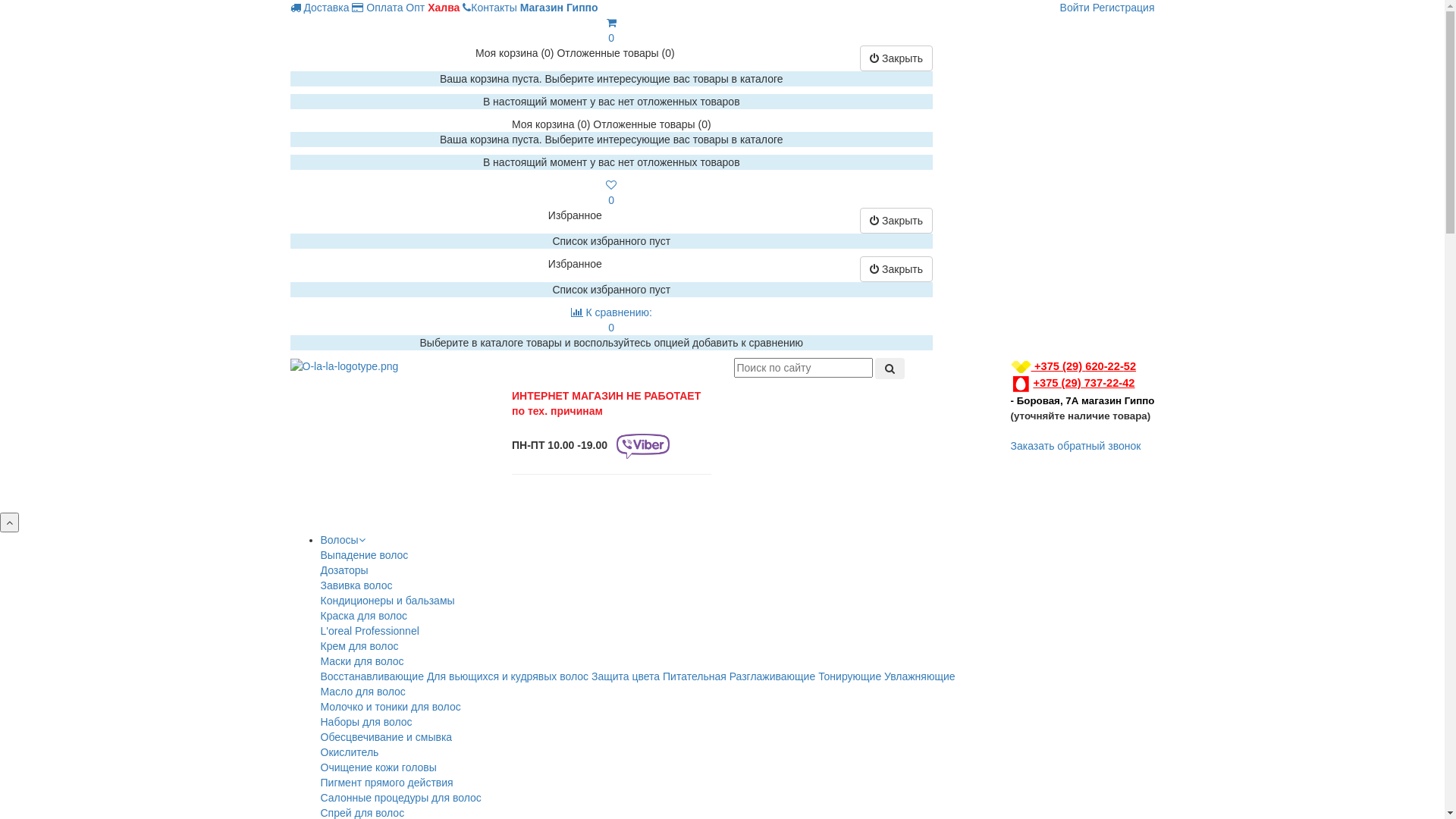  What do you see at coordinates (604, 192) in the screenshot?
I see `'0'` at bounding box center [604, 192].